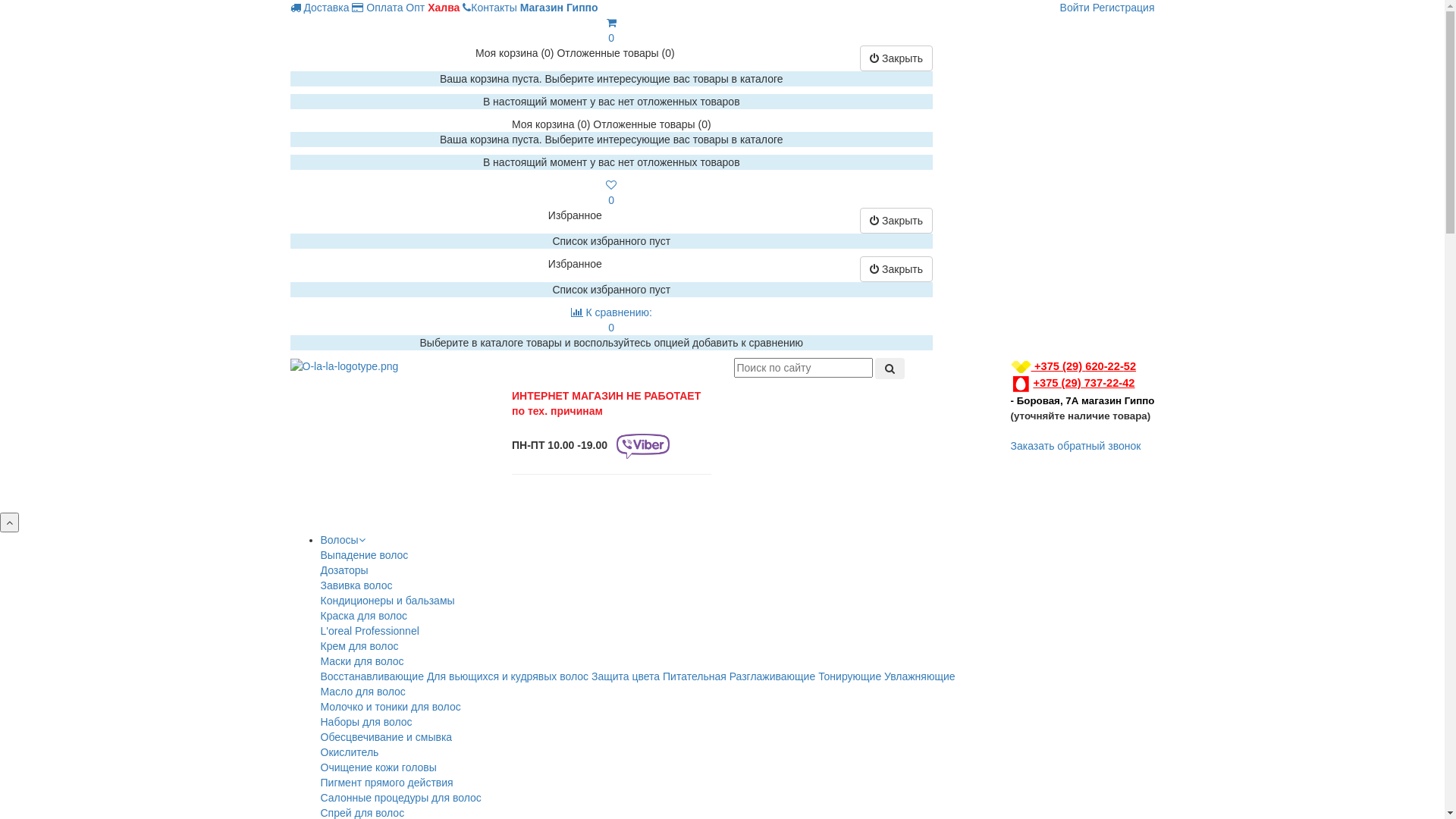  What do you see at coordinates (604, 192) in the screenshot?
I see `'0'` at bounding box center [604, 192].